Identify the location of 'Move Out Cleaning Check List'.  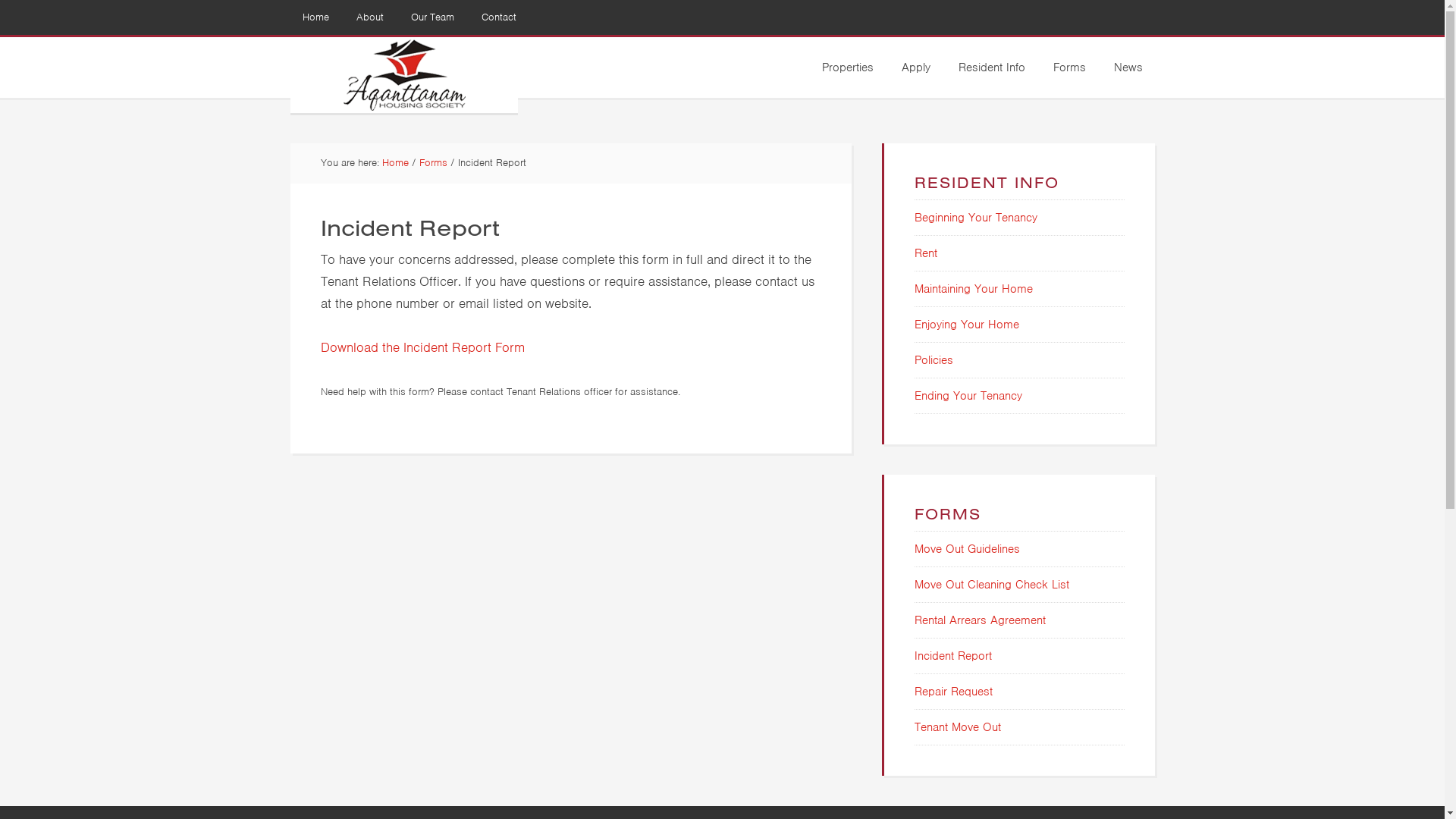
(992, 584).